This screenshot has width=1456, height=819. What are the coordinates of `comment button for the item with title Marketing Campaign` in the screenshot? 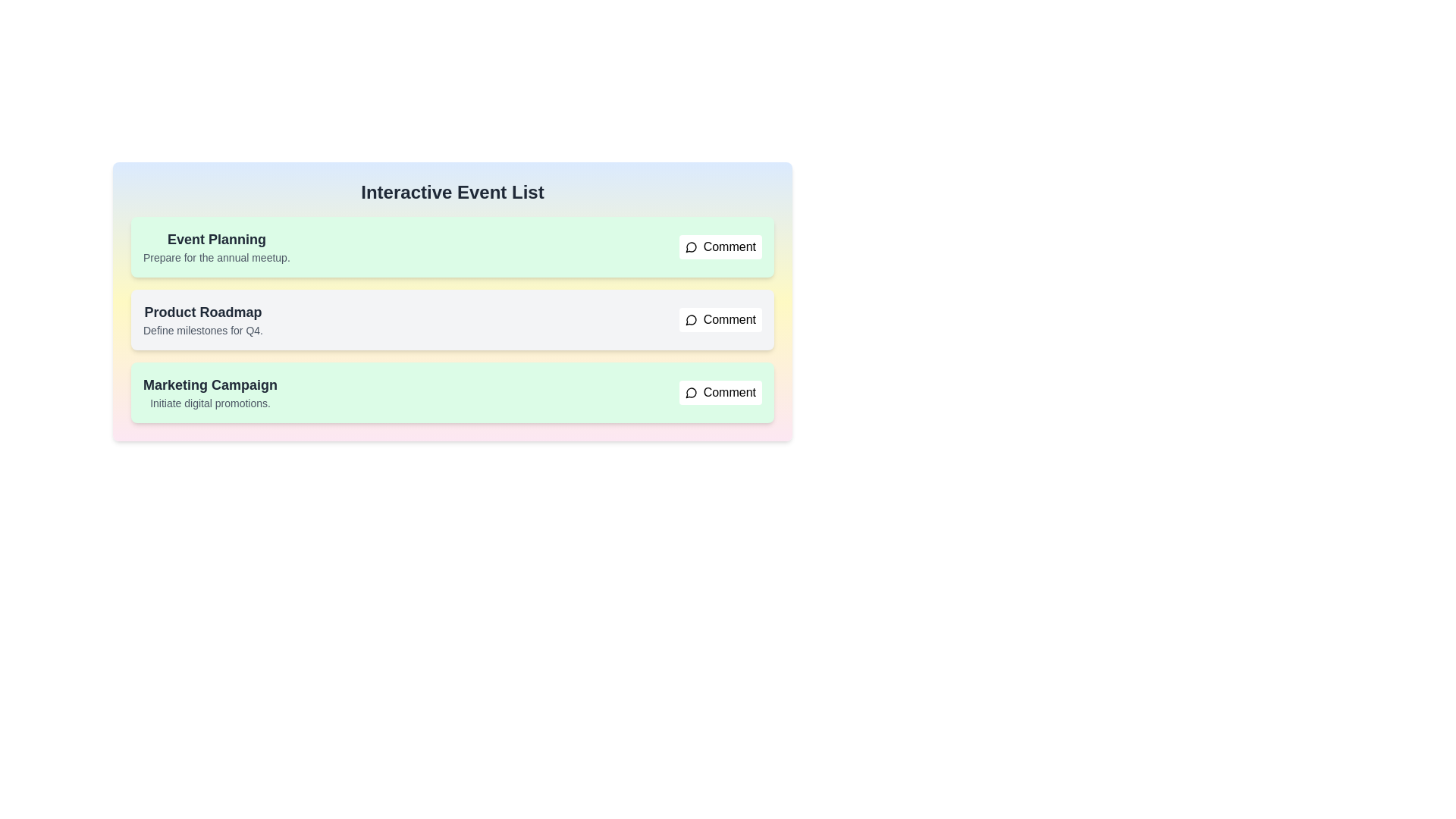 It's located at (720, 391).